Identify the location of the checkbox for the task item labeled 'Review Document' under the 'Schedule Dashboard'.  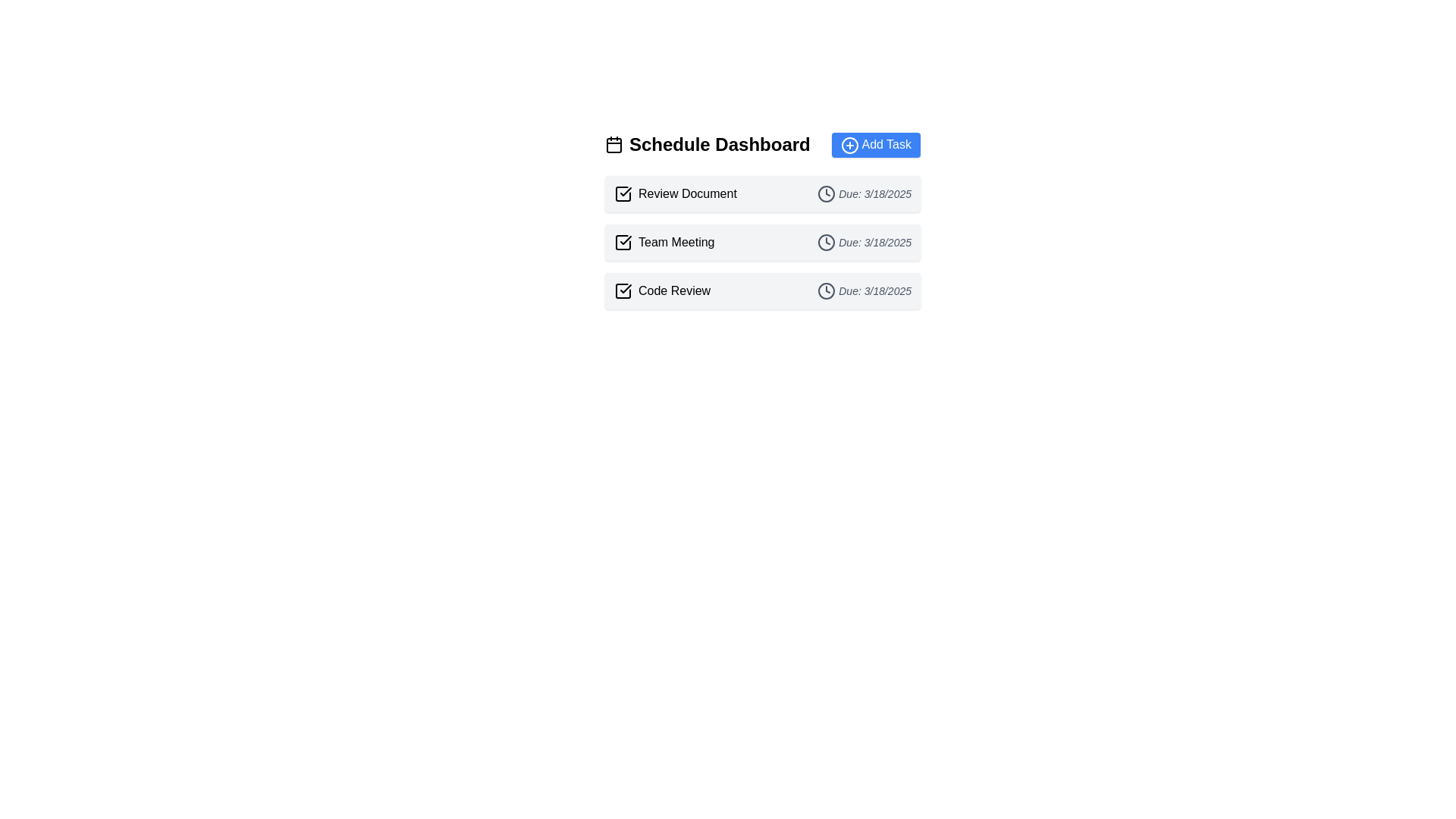
(623, 192).